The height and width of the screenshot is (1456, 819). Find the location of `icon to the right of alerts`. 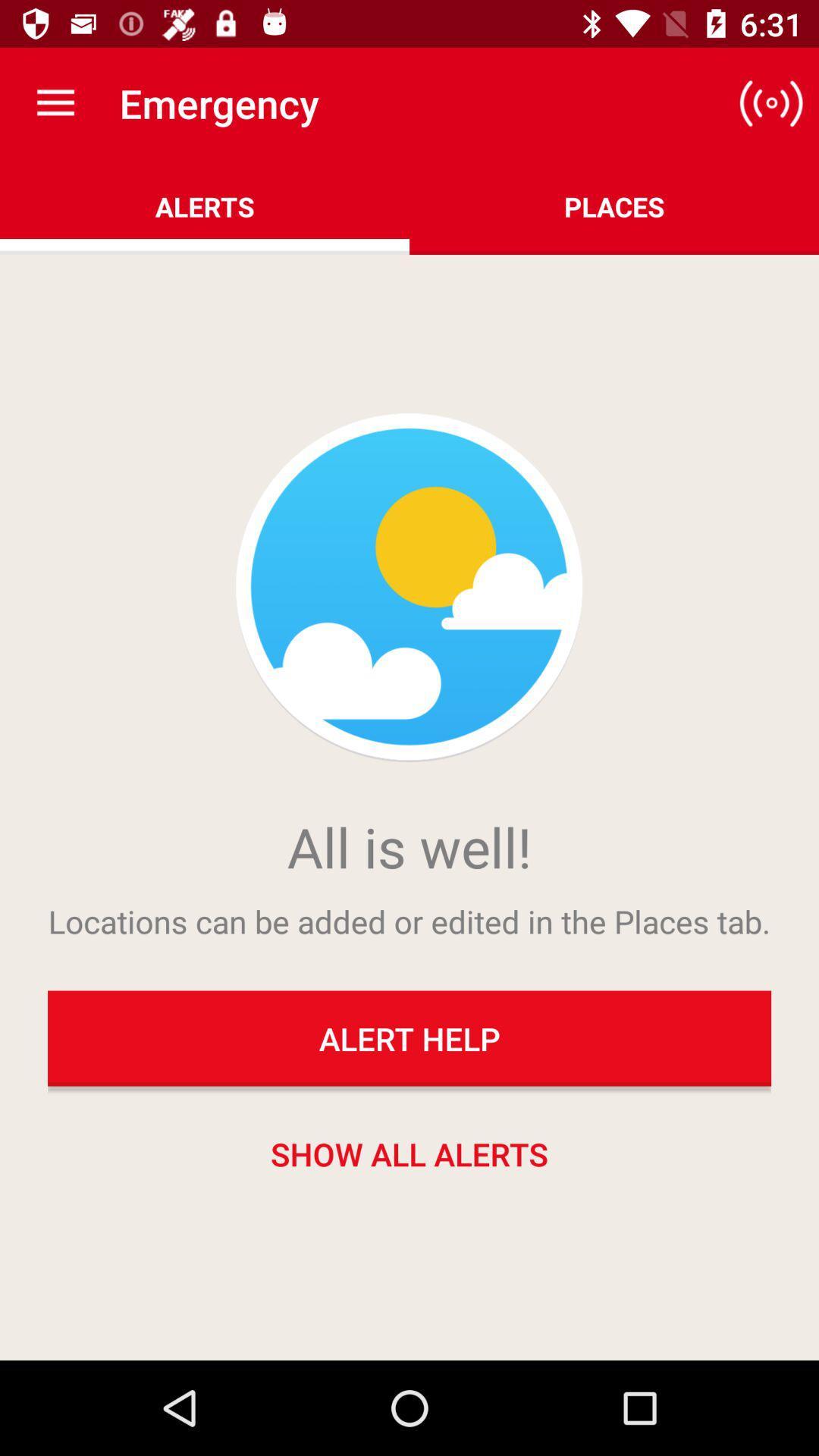

icon to the right of alerts is located at coordinates (771, 102).